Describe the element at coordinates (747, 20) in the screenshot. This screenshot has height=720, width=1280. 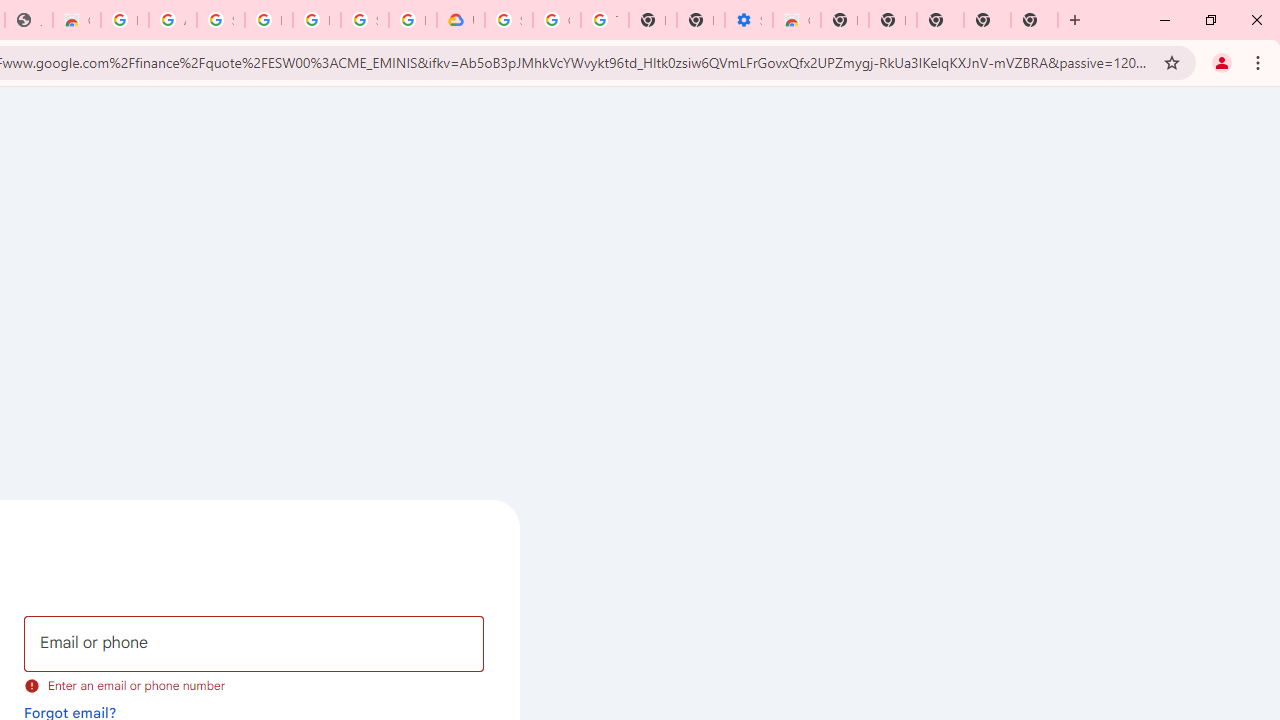
I see `'Settings - Accessibility'` at that location.